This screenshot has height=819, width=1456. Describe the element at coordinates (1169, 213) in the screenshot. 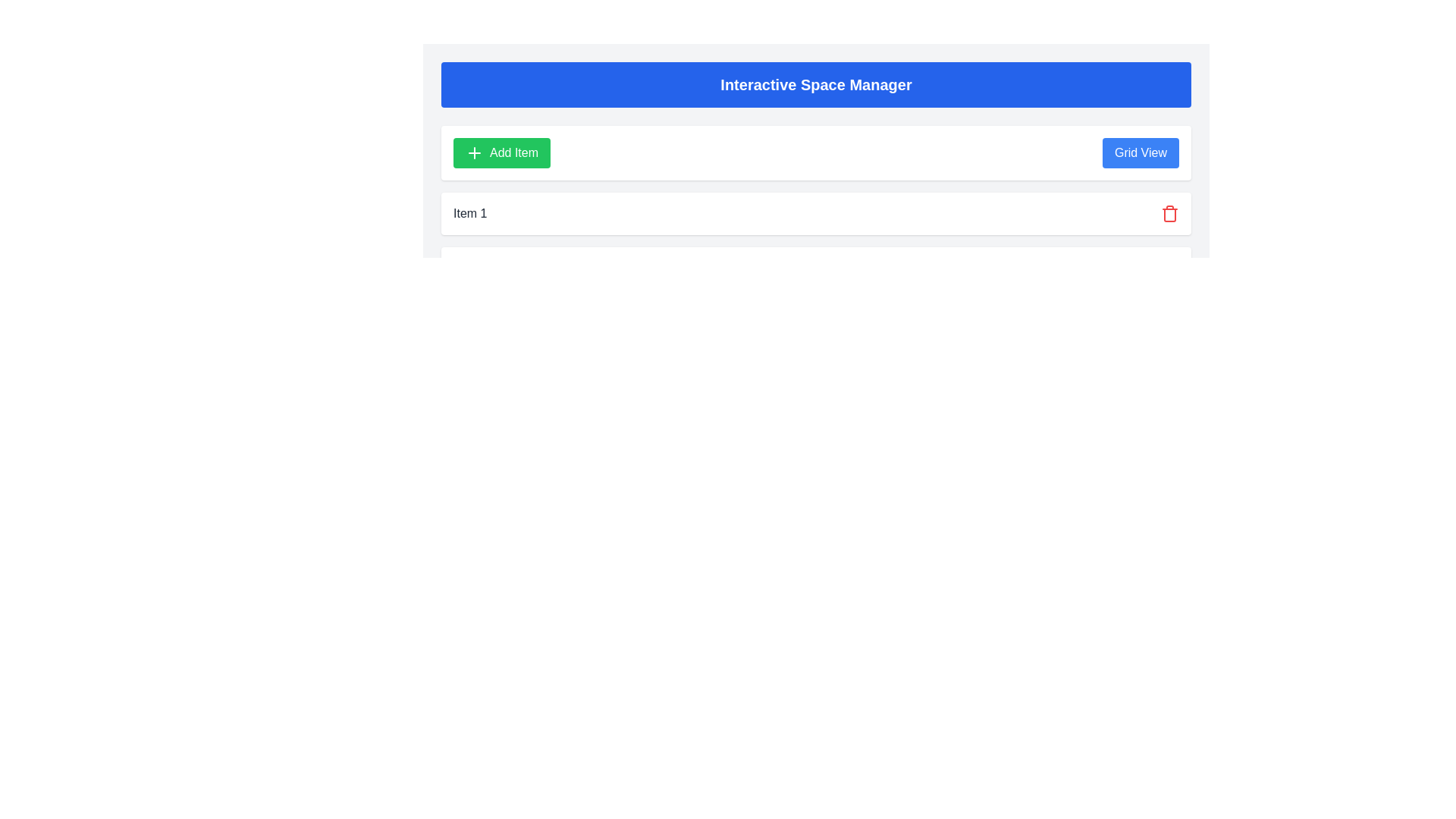

I see `the red-colored trash can icon with rounded edges` at that location.